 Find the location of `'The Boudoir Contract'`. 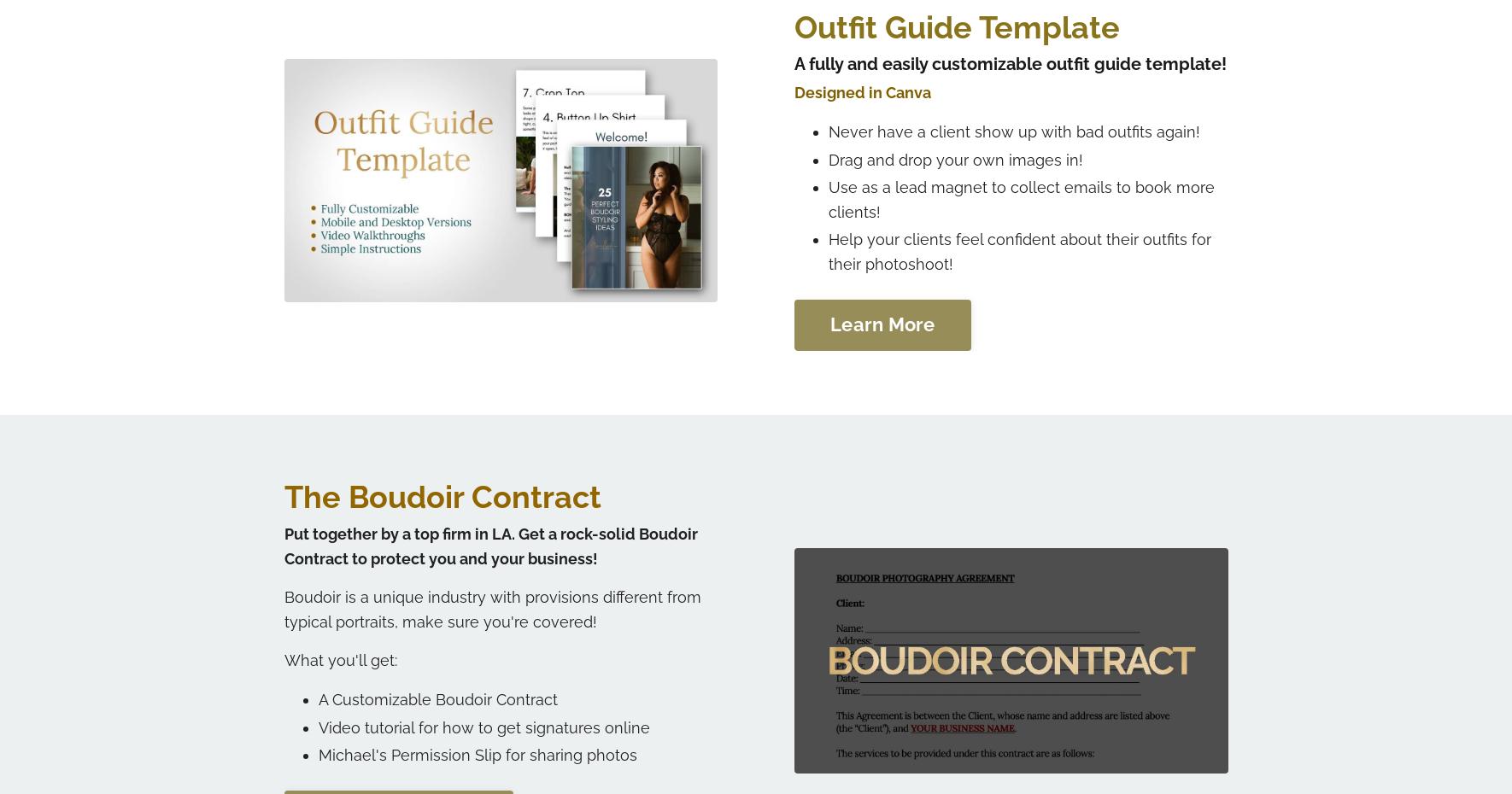

'The Boudoir Contract' is located at coordinates (442, 496).